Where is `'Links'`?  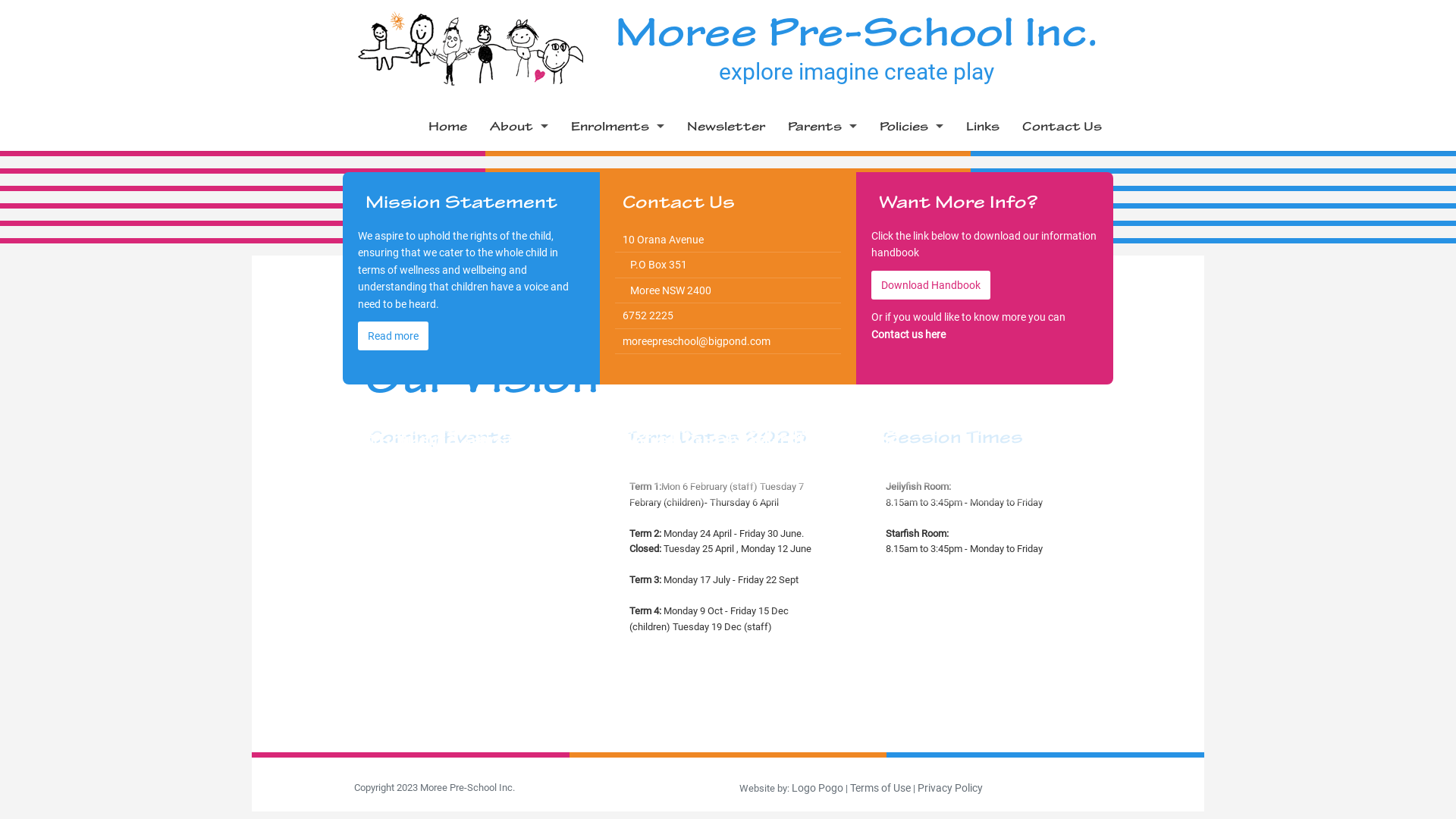 'Links' is located at coordinates (983, 125).